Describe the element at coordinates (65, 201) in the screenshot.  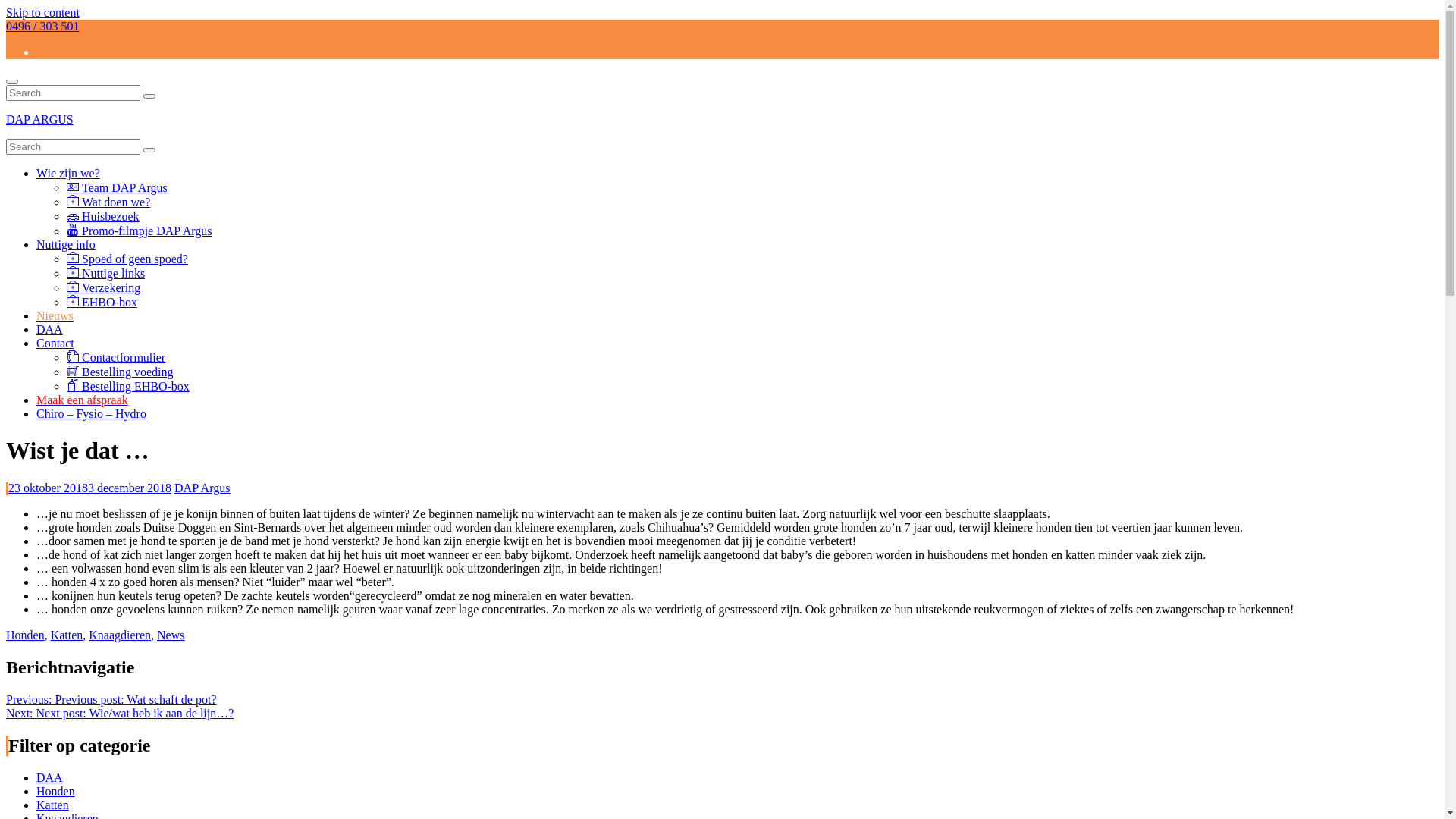
I see `'Wat doen we?'` at that location.